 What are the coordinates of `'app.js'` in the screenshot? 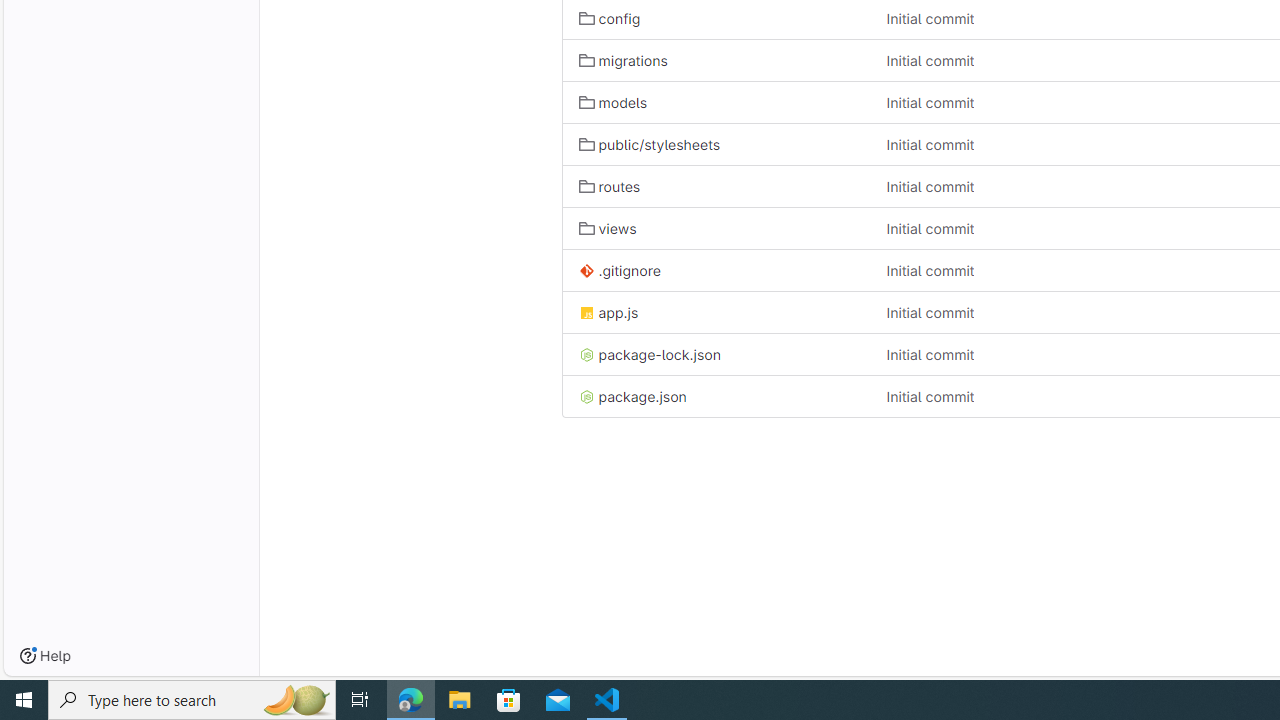 It's located at (716, 312).